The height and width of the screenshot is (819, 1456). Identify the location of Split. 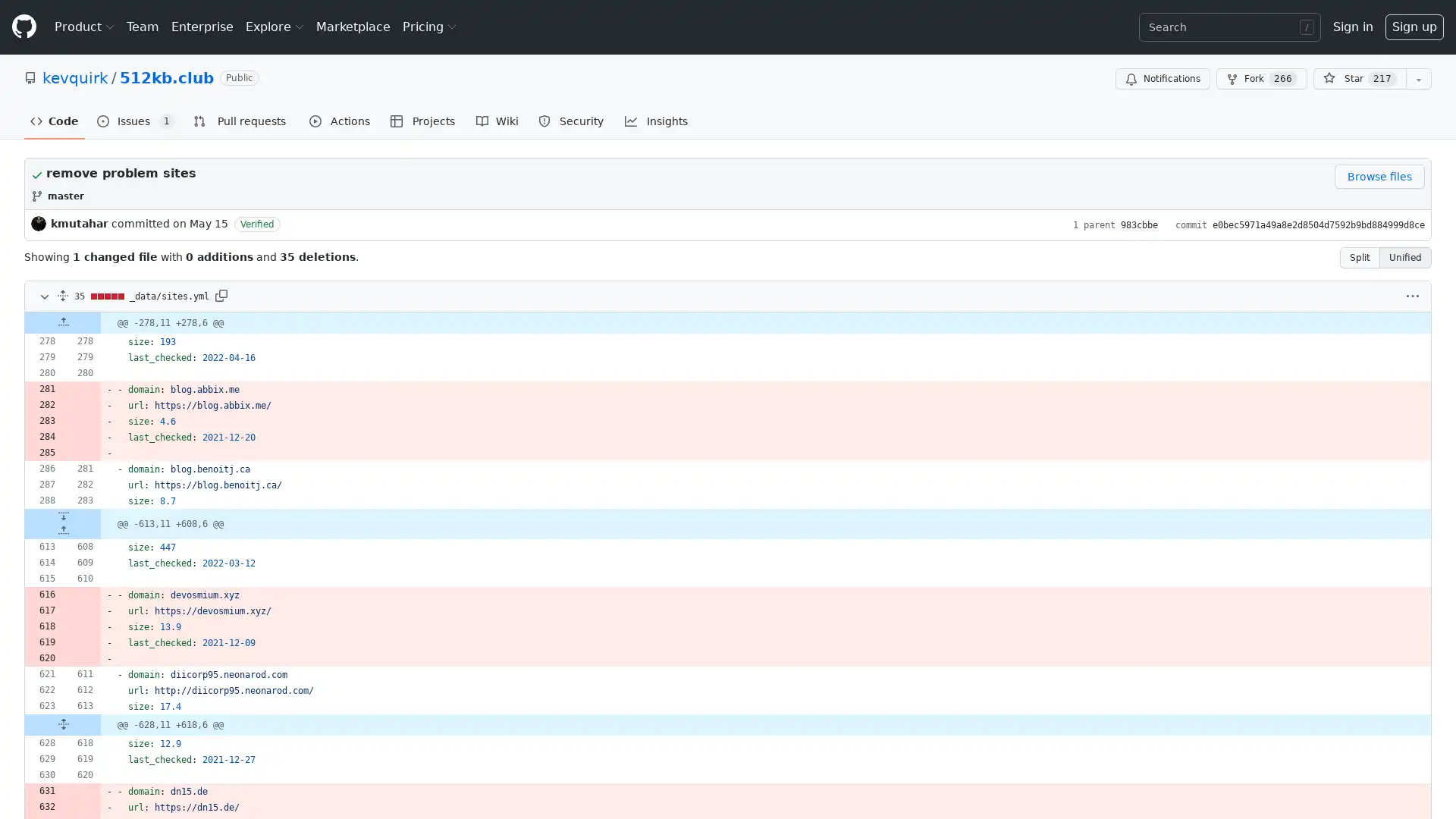
(1360, 256).